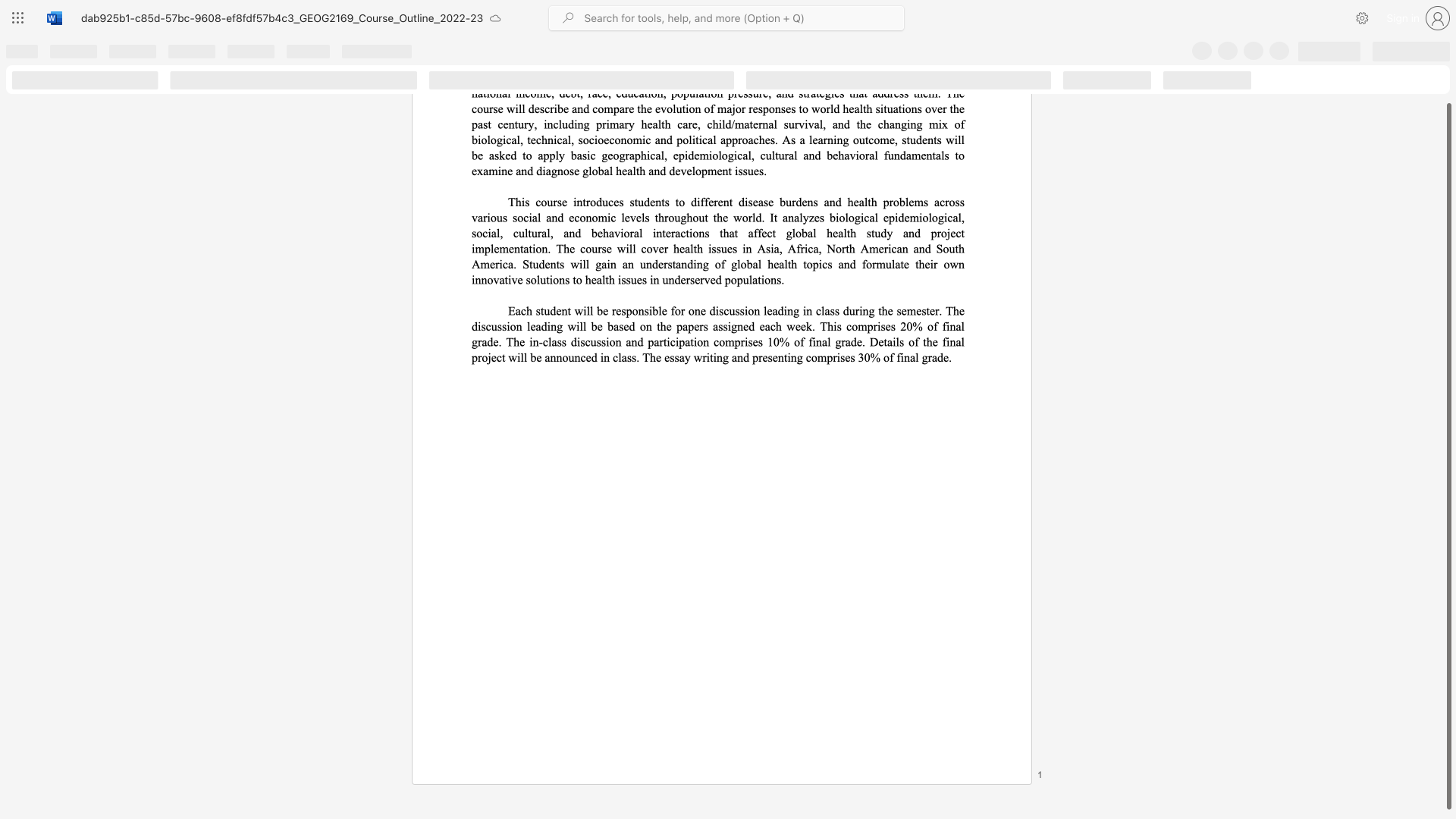  Describe the element at coordinates (1448, 455) in the screenshot. I see `the scrollbar and move up 20 pixels` at that location.